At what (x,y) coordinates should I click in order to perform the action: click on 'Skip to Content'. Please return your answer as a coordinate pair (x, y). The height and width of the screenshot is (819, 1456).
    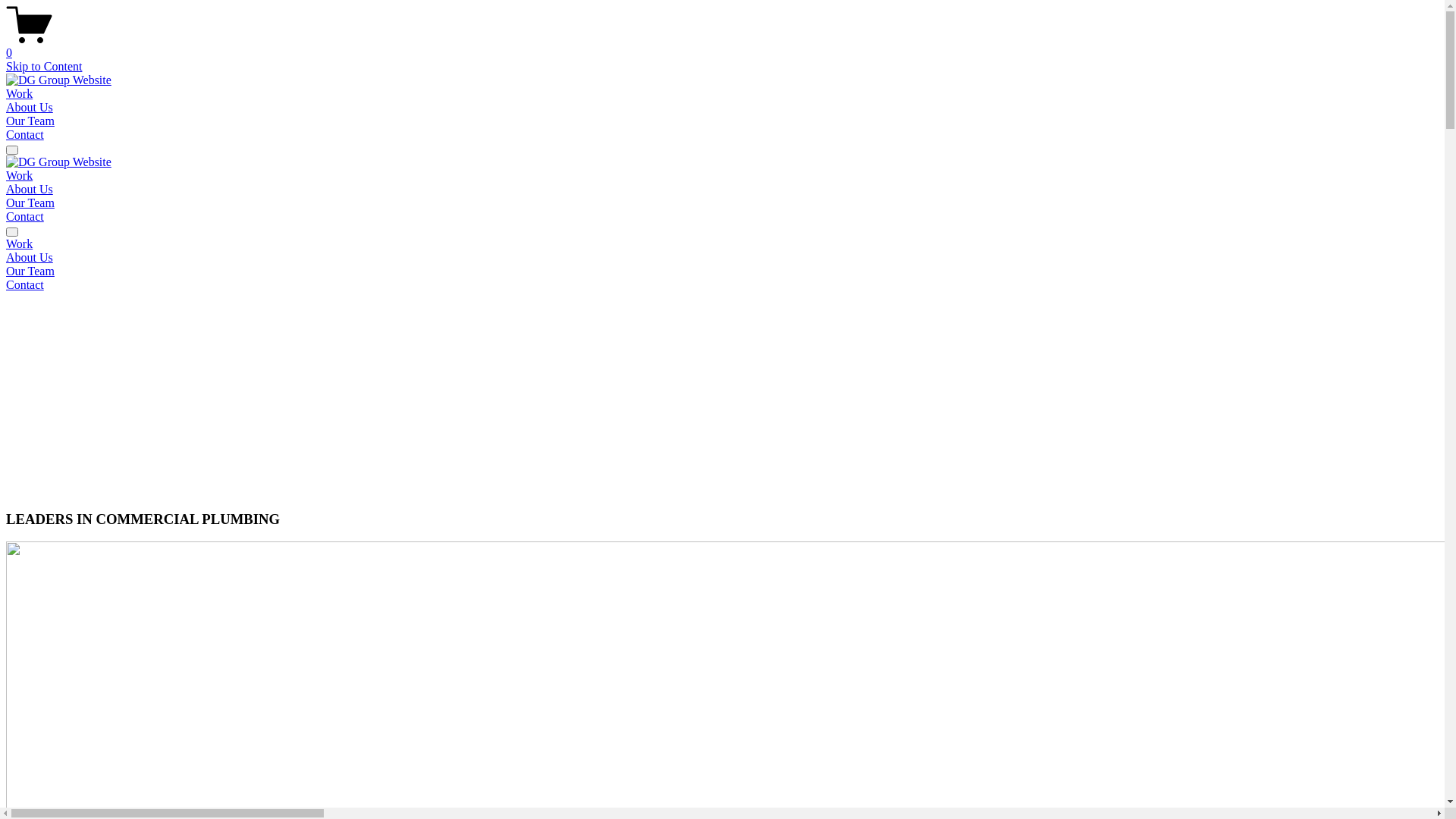
    Looking at the image, I should click on (43, 65).